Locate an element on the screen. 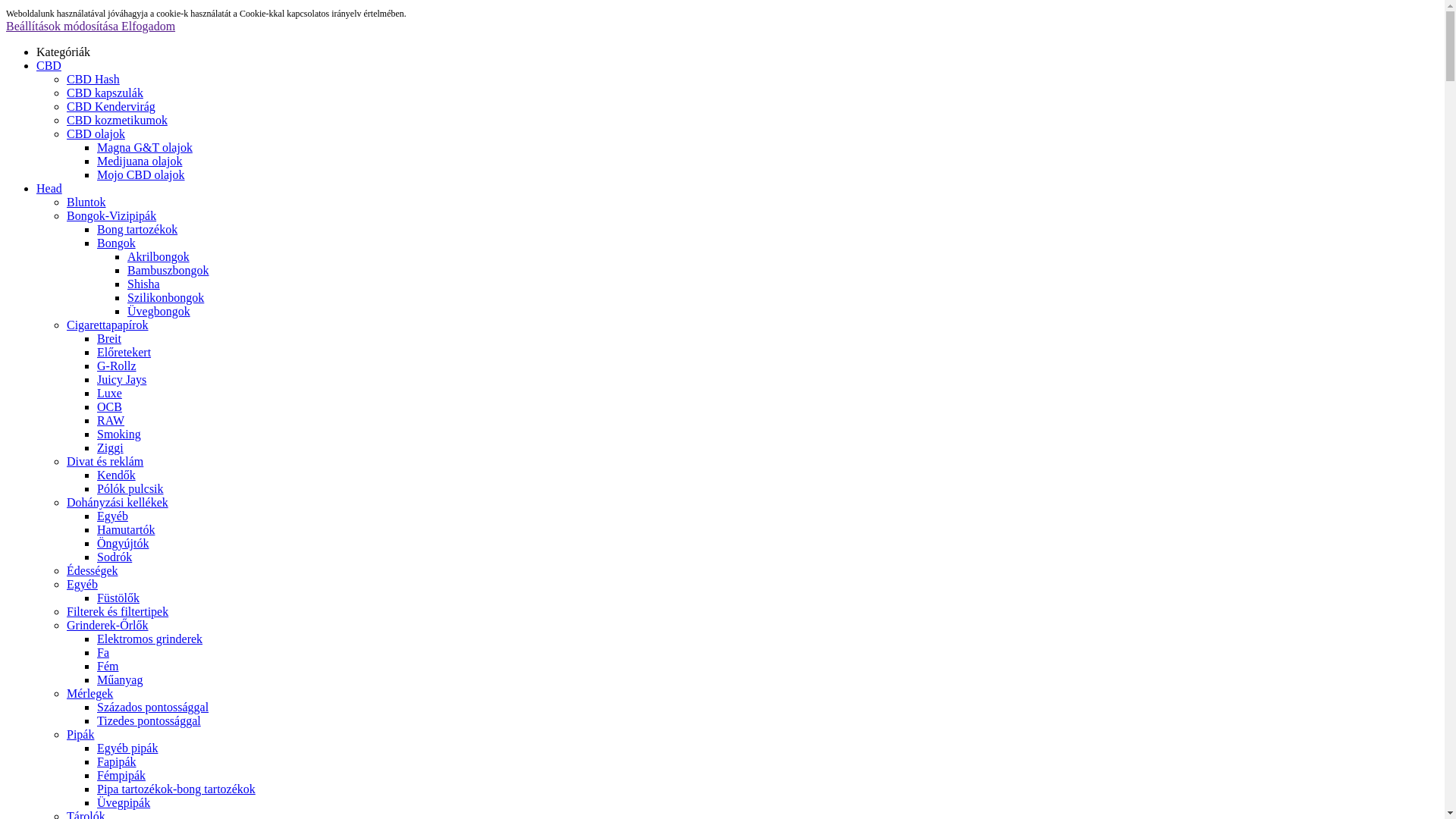 This screenshot has height=819, width=1456. 'Medijuana olajok' is located at coordinates (139, 161).